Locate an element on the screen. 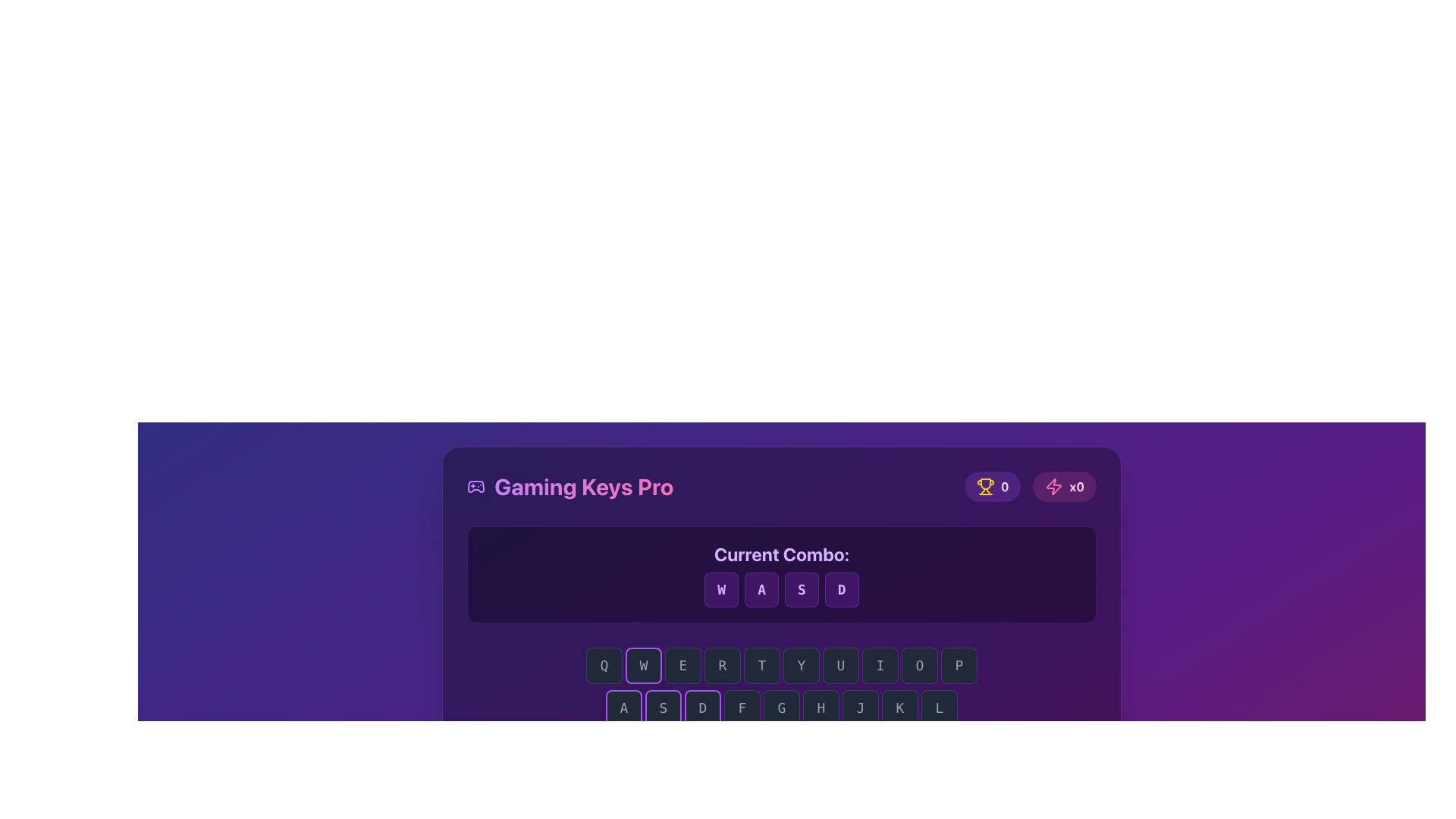  the lightning bolt icon located in the top-right corner of the interface is located at coordinates (1053, 486).